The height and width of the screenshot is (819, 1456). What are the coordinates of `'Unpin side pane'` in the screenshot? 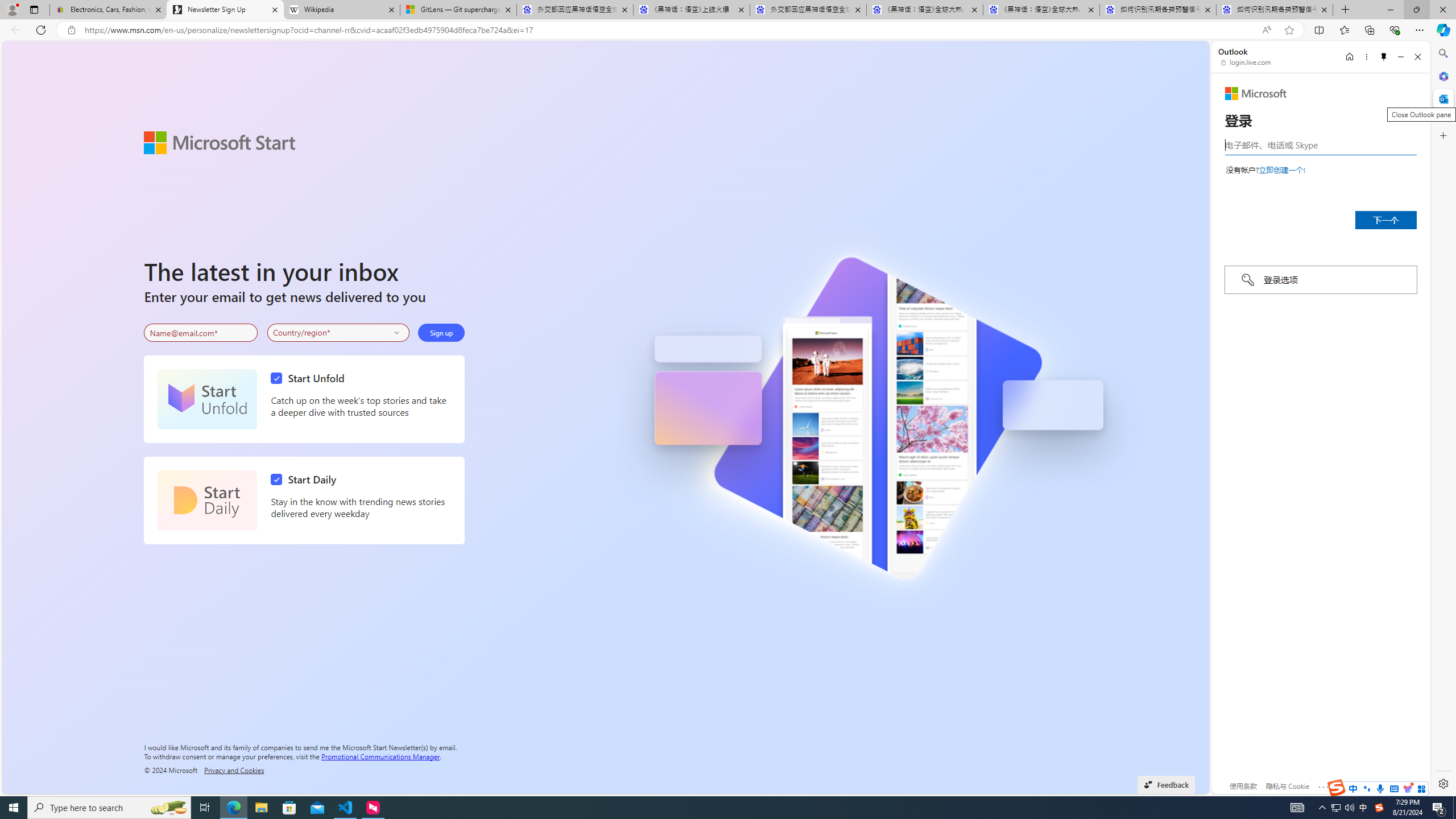 It's located at (1384, 56).